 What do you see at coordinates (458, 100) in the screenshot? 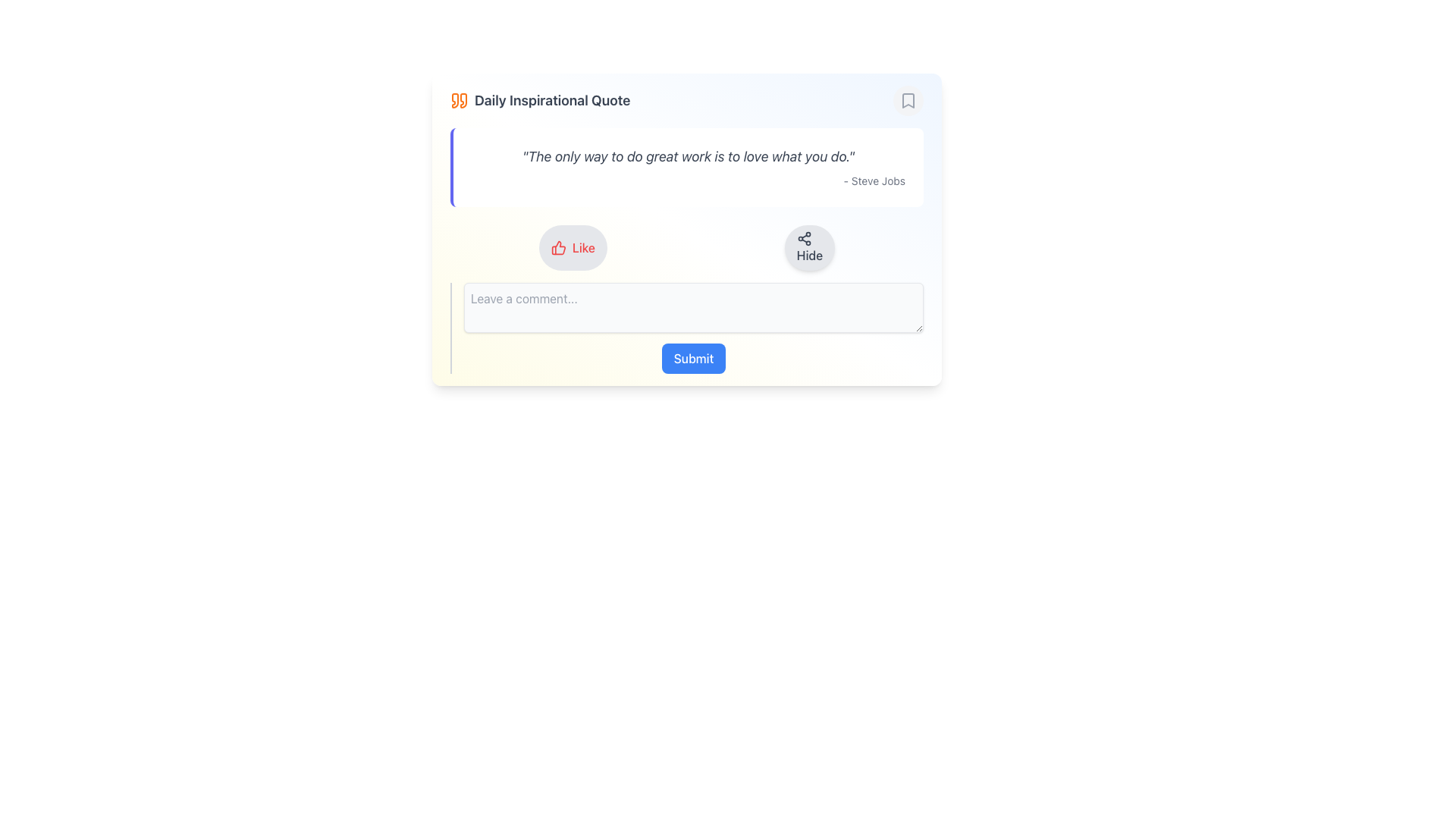
I see `the decorative icon located at the left edge of the title section preceding the text 'Daily Inspirational Quote'` at bounding box center [458, 100].